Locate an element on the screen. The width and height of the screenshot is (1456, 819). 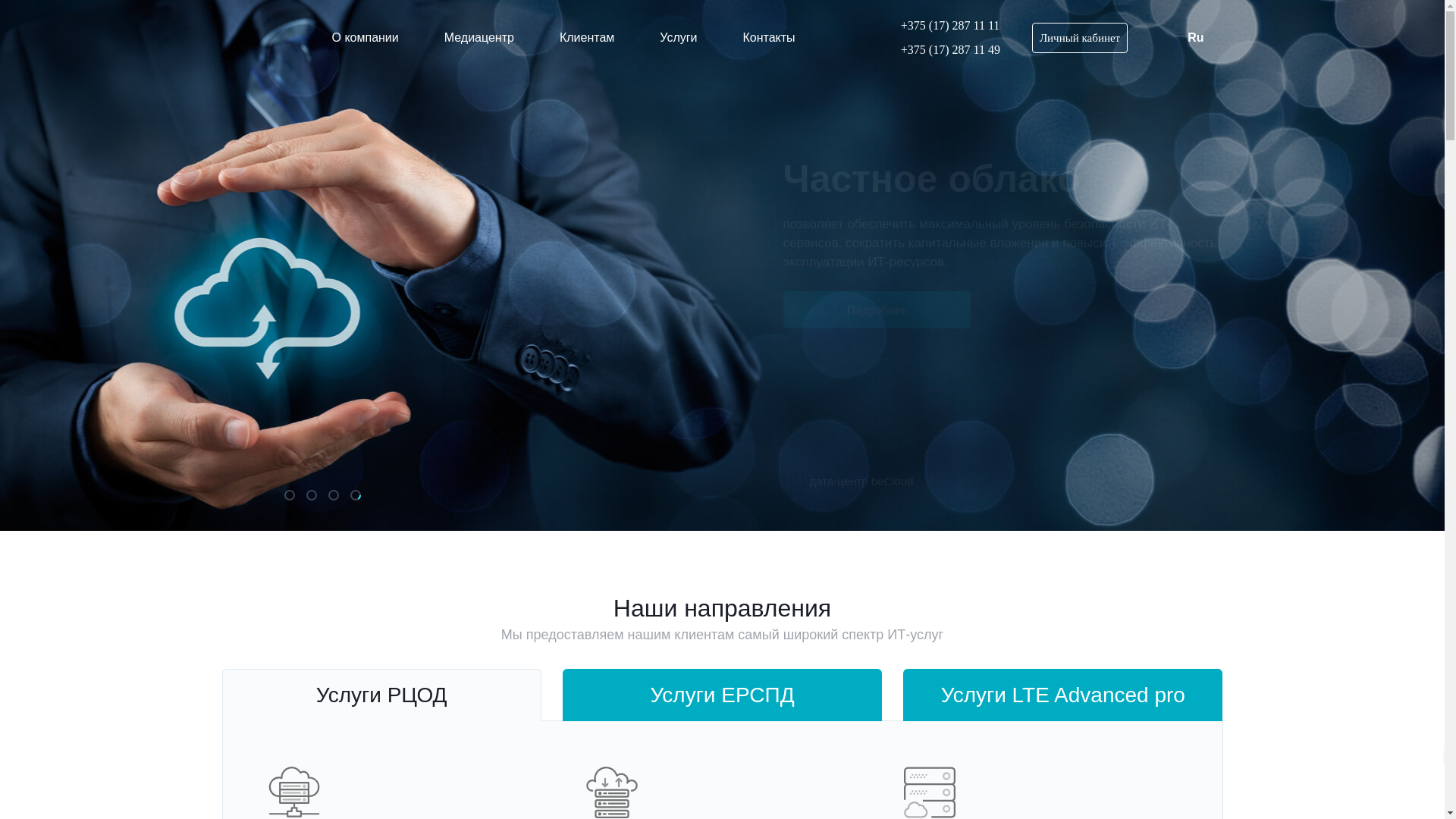
'beCloud' is located at coordinates (257, 37).